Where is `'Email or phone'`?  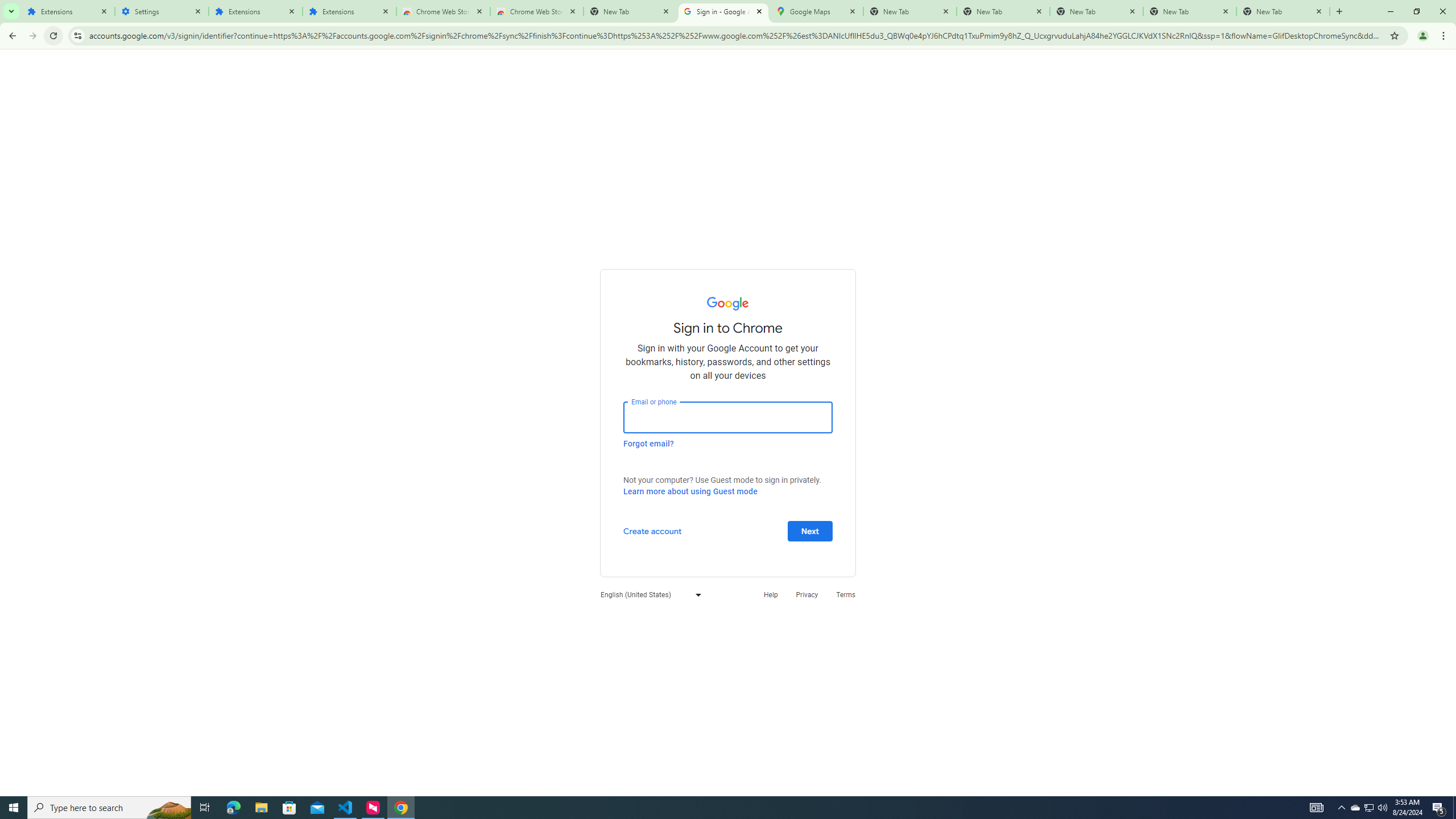
'Email or phone' is located at coordinates (728, 416).